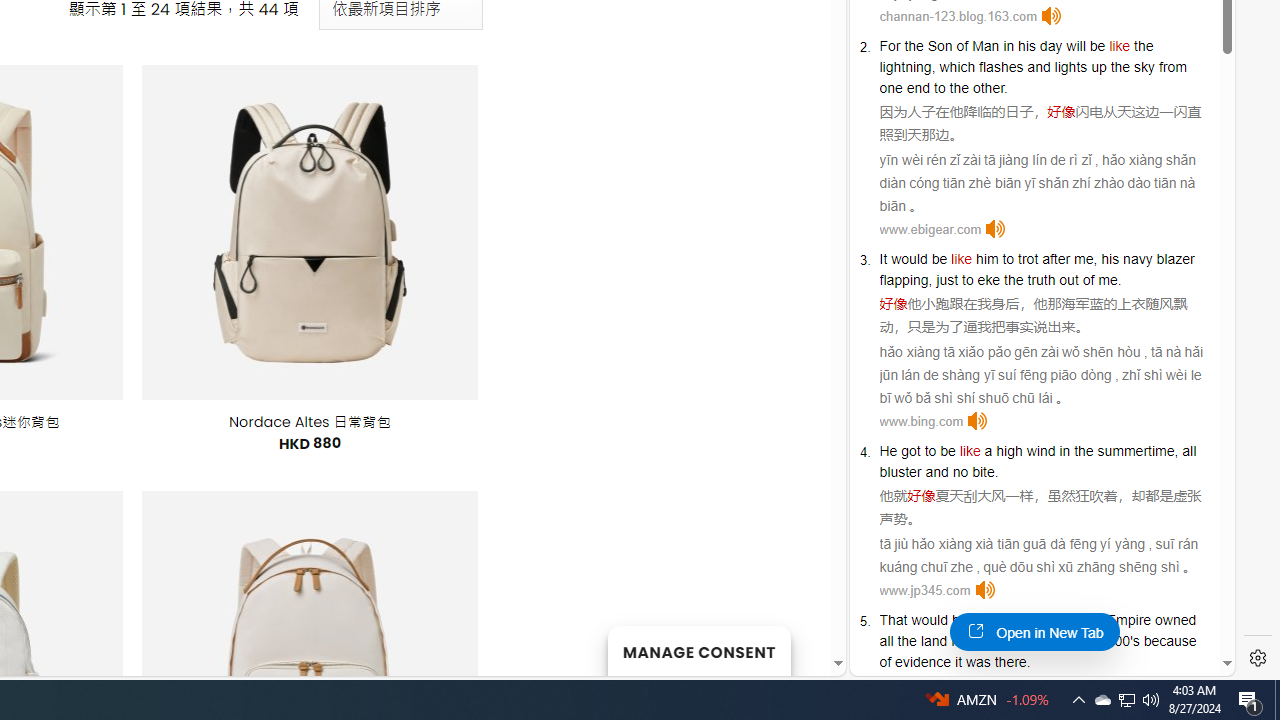  I want to click on 'evidence', so click(922, 662).